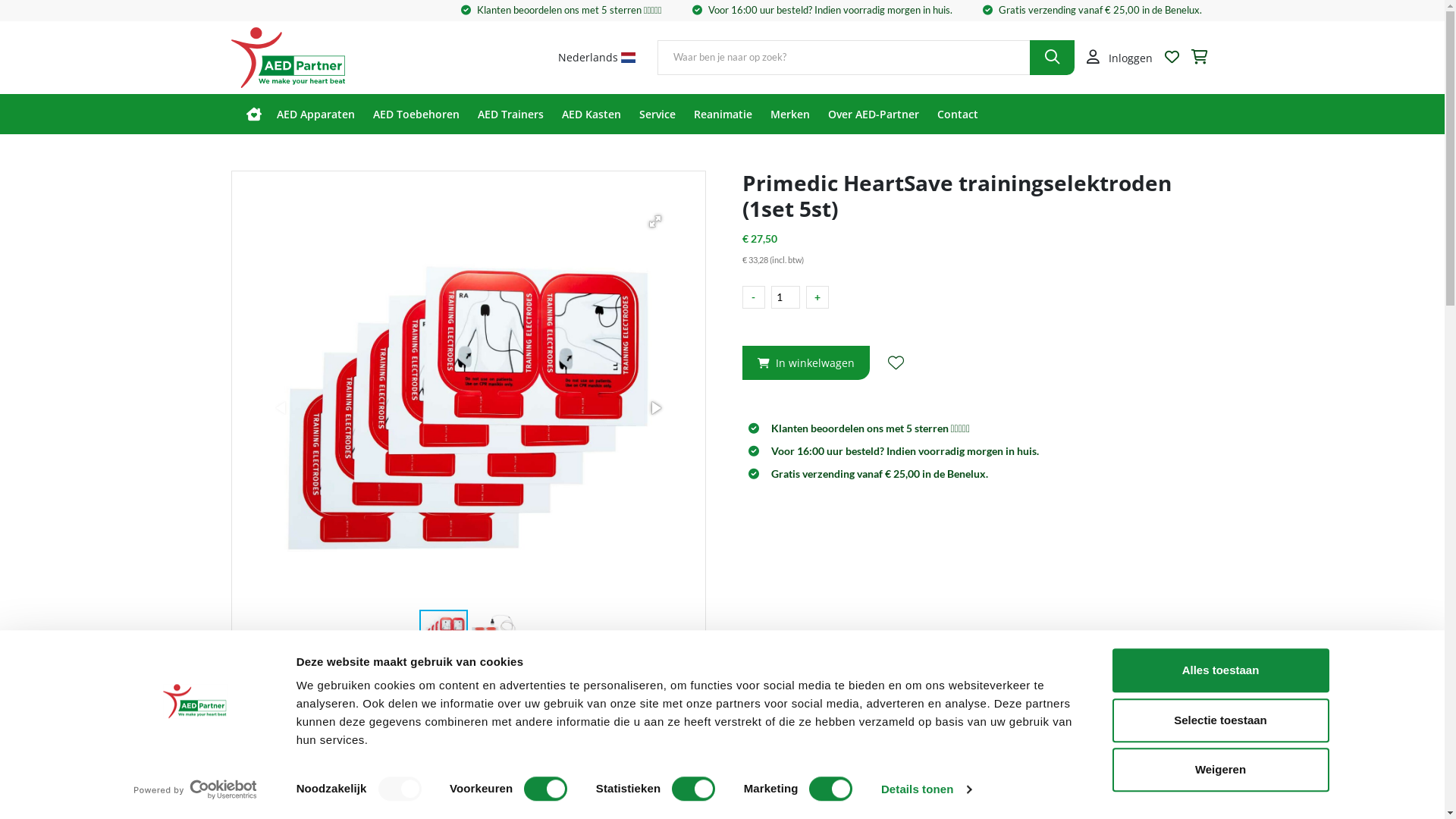  Describe the element at coordinates (880, 789) in the screenshot. I see `'Details tonen'` at that location.